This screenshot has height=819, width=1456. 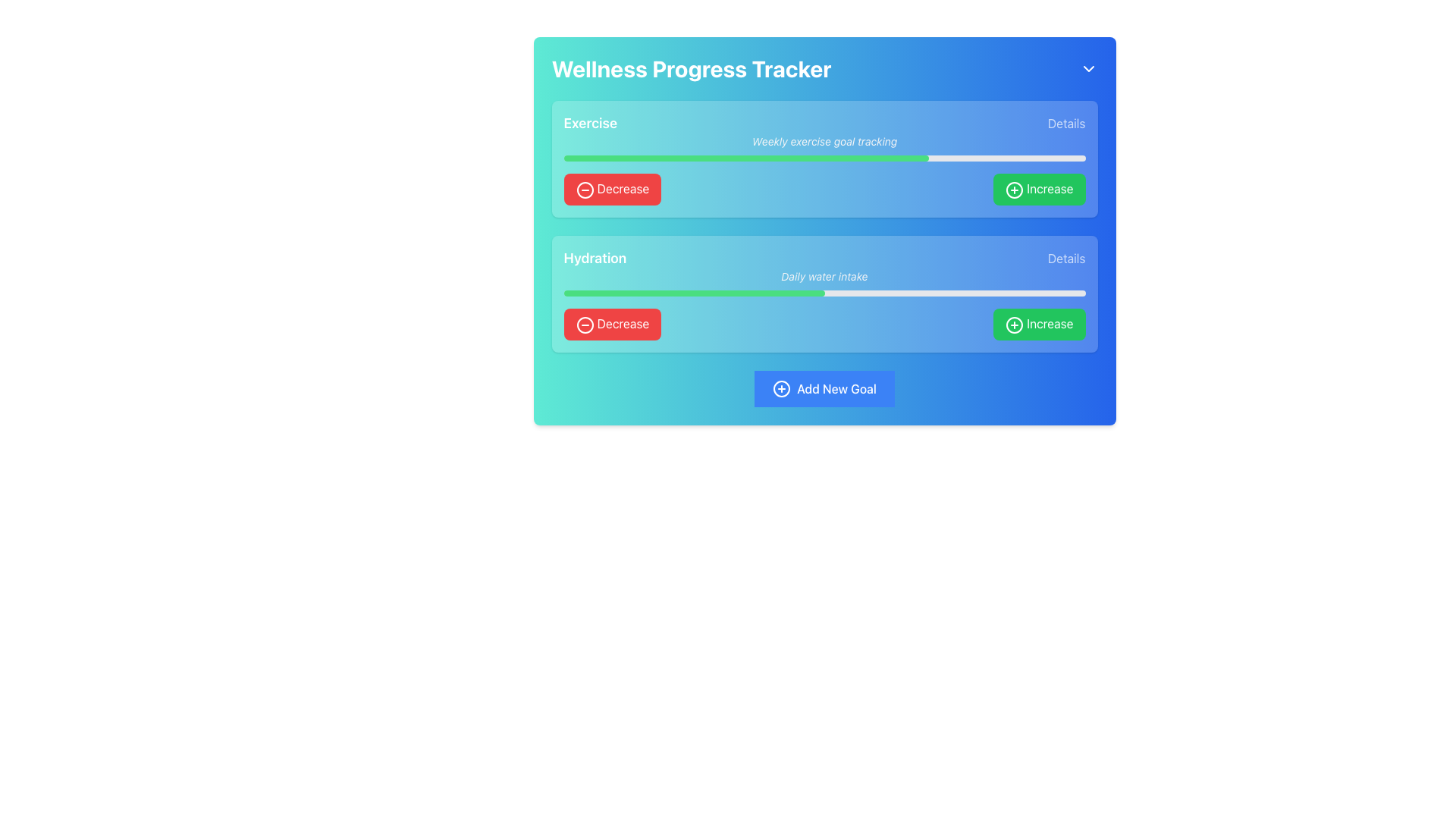 What do you see at coordinates (824, 388) in the screenshot?
I see `the prominent button labeled 'Add New Goal' with a blue gradient background and a circular plus icon` at bounding box center [824, 388].